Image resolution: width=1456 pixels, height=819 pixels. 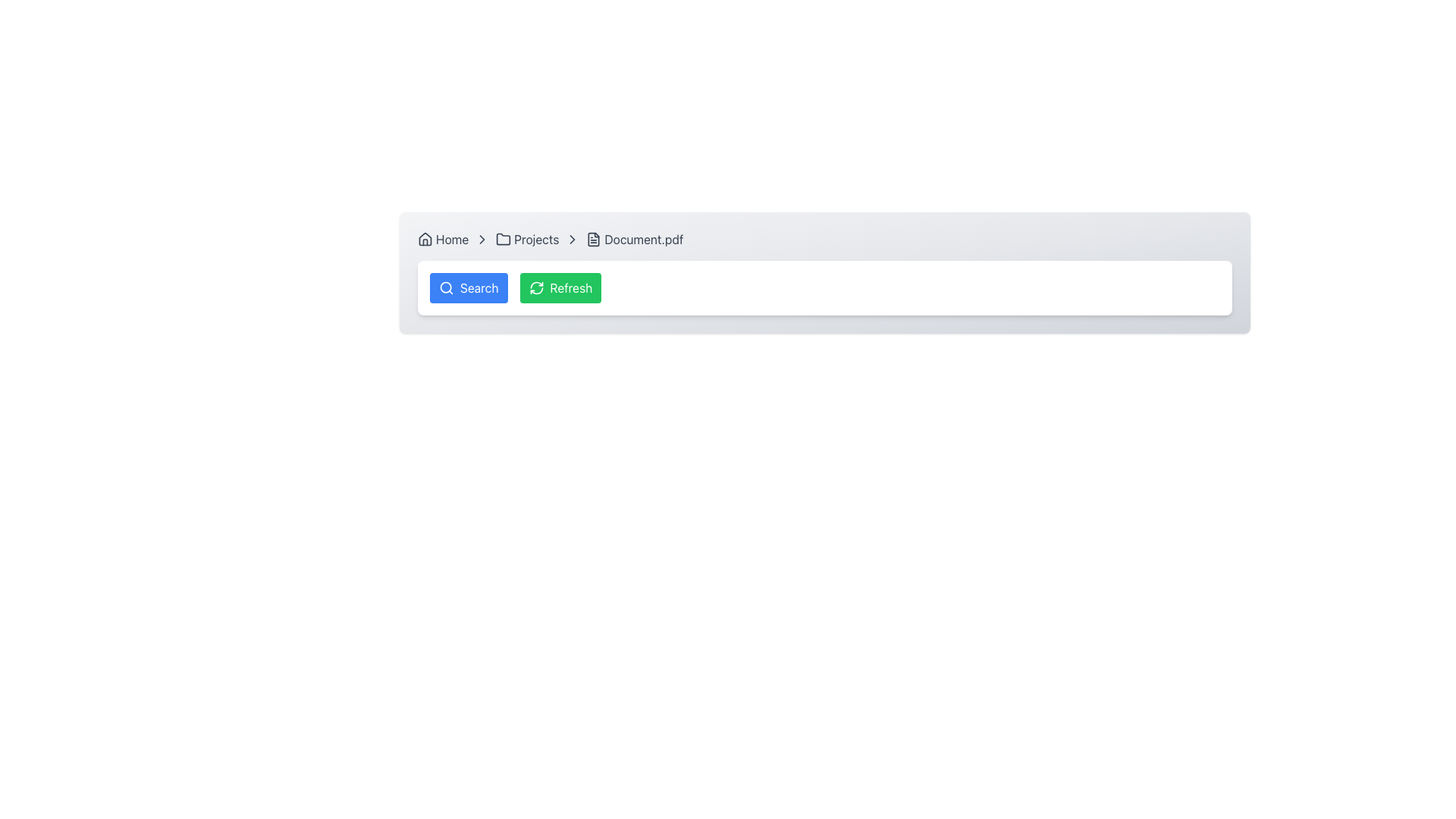 I want to click on the file name text element in the breadcrumb trail, so click(x=644, y=239).